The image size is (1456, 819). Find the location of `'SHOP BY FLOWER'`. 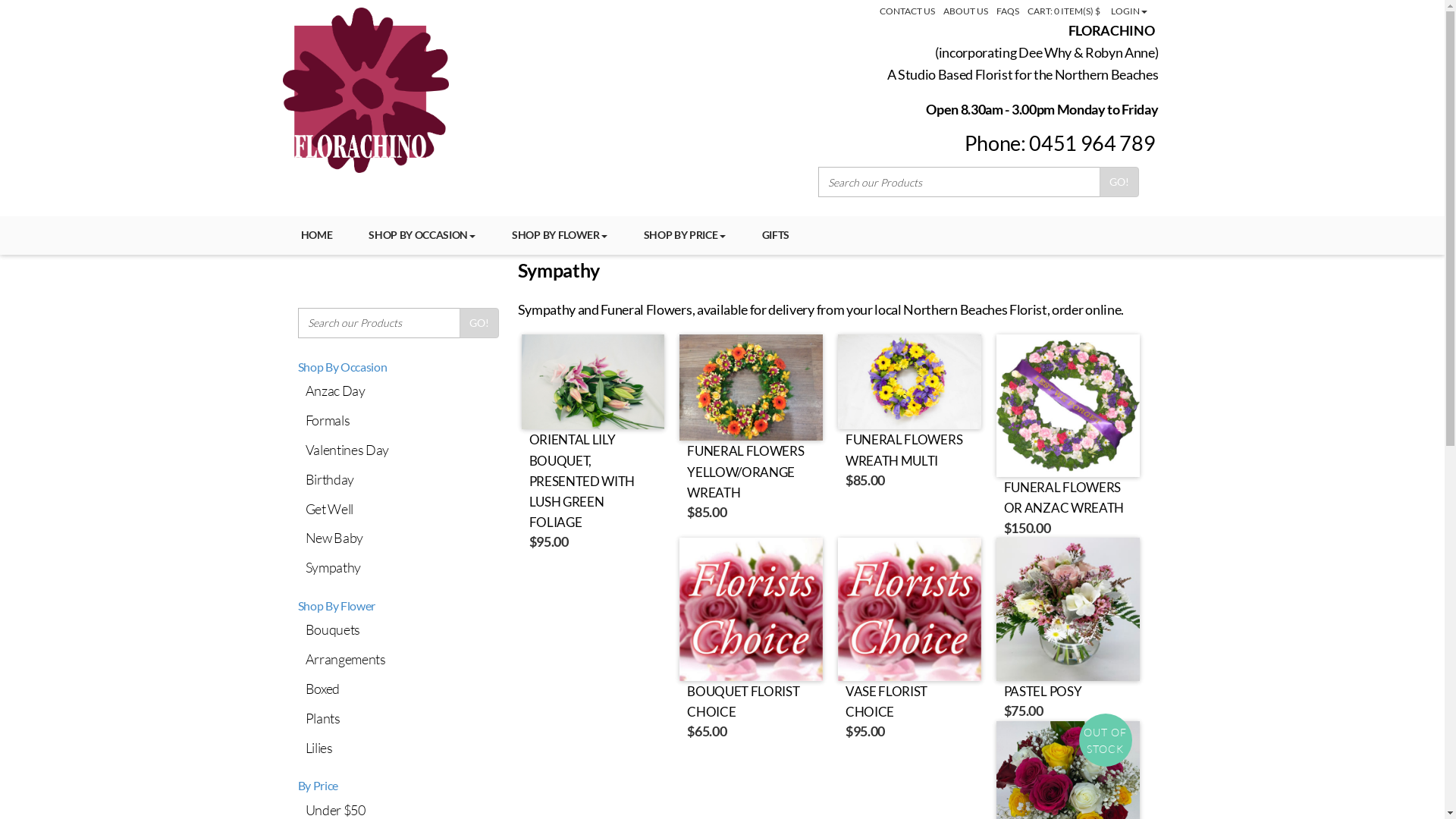

'SHOP BY FLOWER' is located at coordinates (559, 234).